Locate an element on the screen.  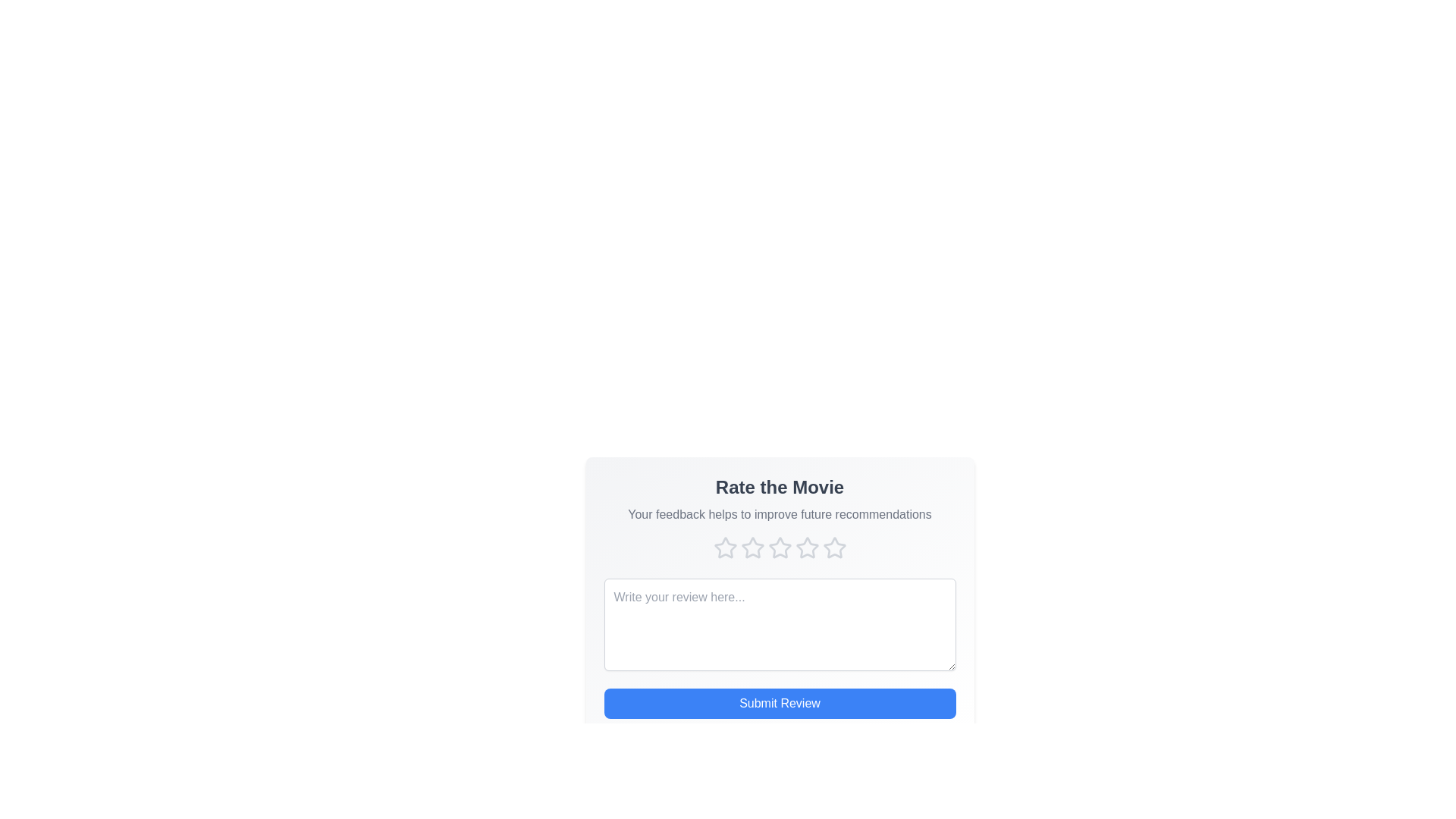
the second star icon in the rating system to rate the movie is located at coordinates (752, 548).